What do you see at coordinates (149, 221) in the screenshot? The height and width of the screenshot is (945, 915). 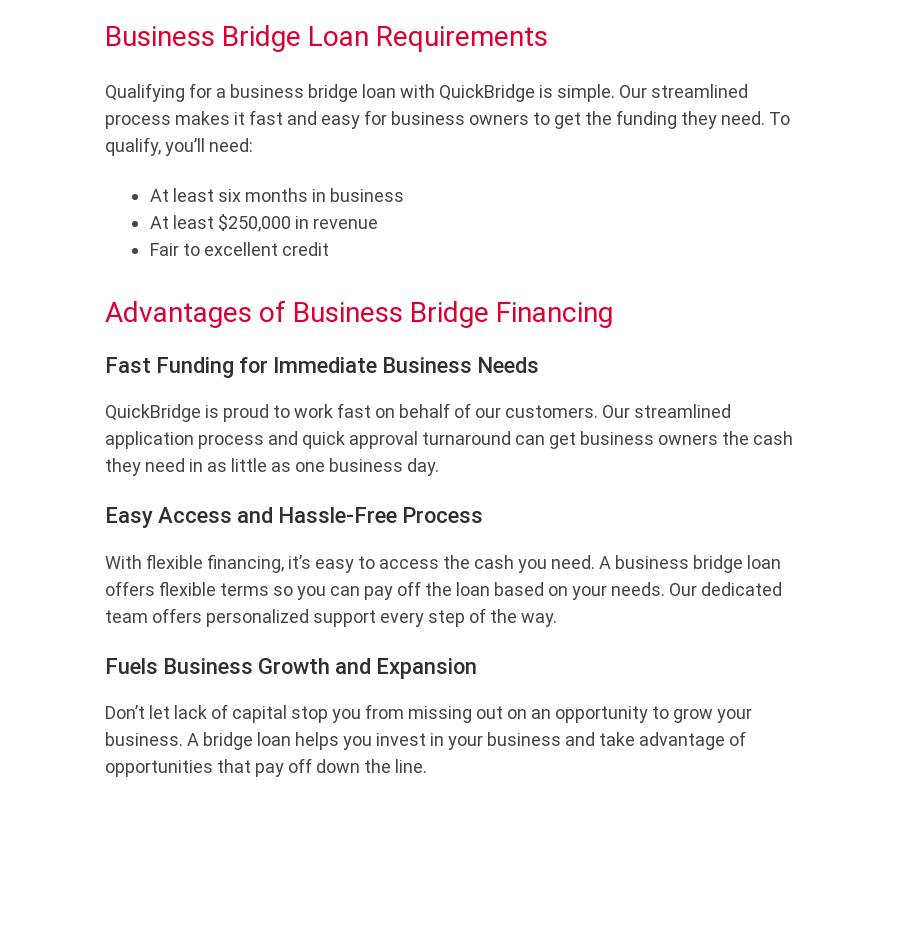 I see `'At least $250,000 in revenue'` at bounding box center [149, 221].